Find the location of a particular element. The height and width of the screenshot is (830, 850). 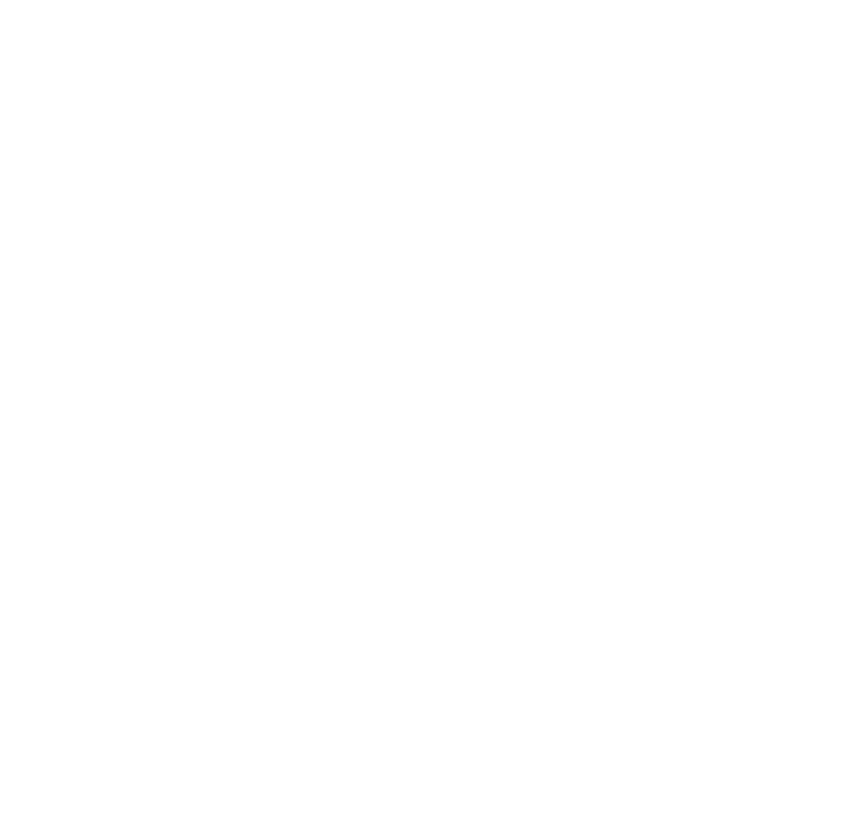

'The' is located at coordinates (124, 802).